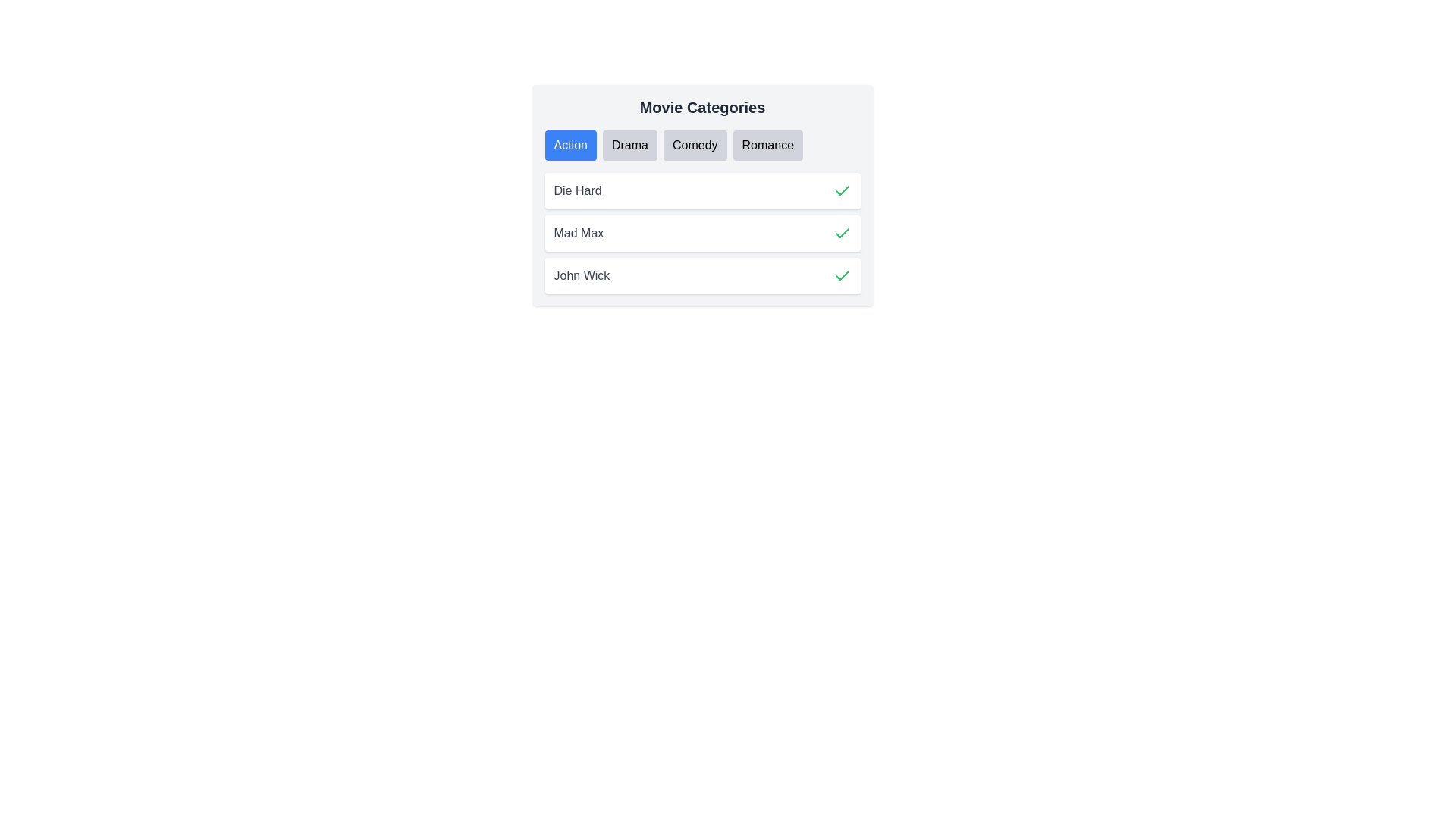 The height and width of the screenshot is (819, 1456). What do you see at coordinates (767, 146) in the screenshot?
I see `the 'Romance' button, which is a rectangular button with rounded corners, styled with a light gray background and black text, located in the horizontal list of movie categories` at bounding box center [767, 146].